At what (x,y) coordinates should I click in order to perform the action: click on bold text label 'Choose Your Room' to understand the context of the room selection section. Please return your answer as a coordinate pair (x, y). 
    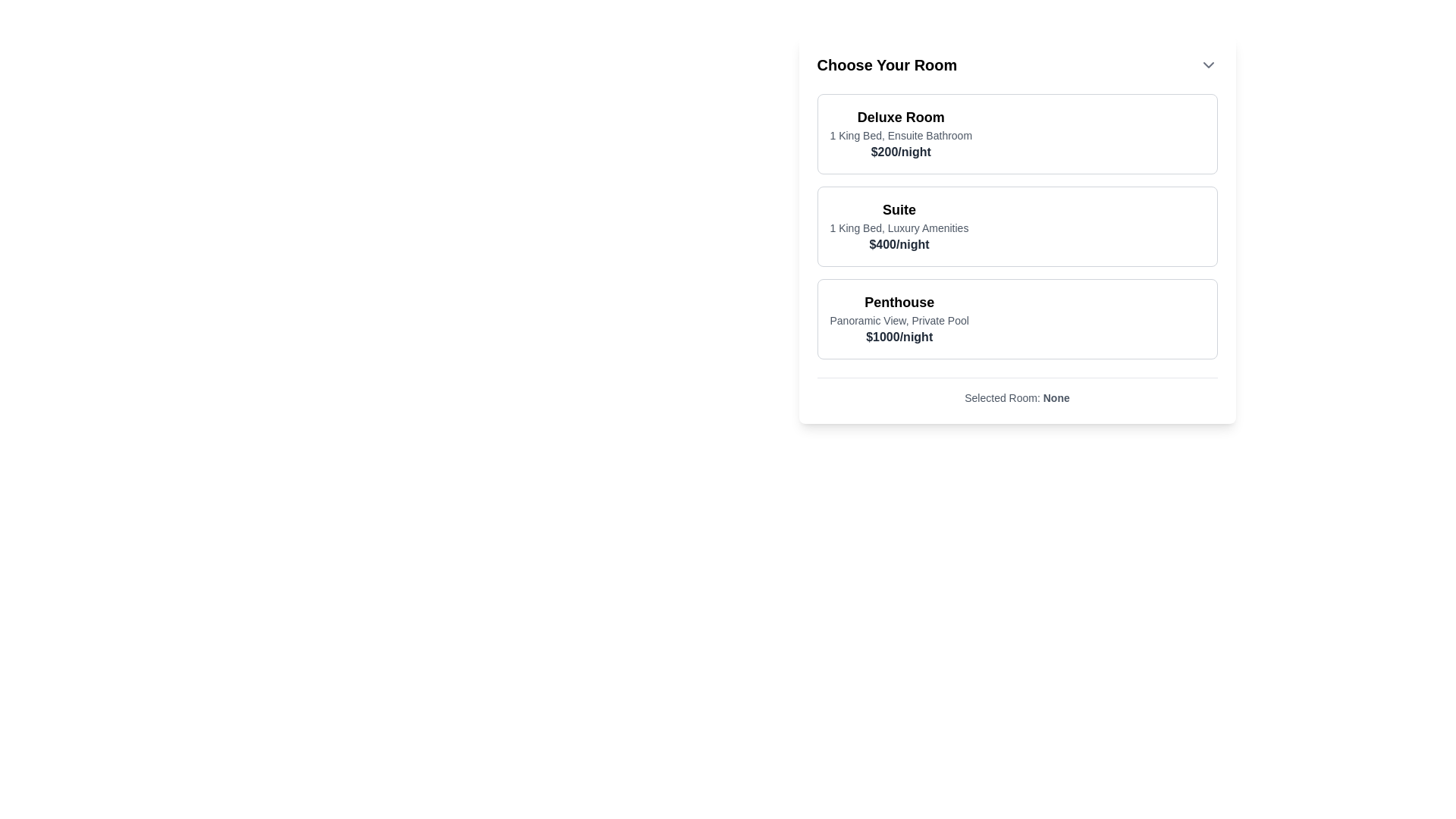
    Looking at the image, I should click on (886, 64).